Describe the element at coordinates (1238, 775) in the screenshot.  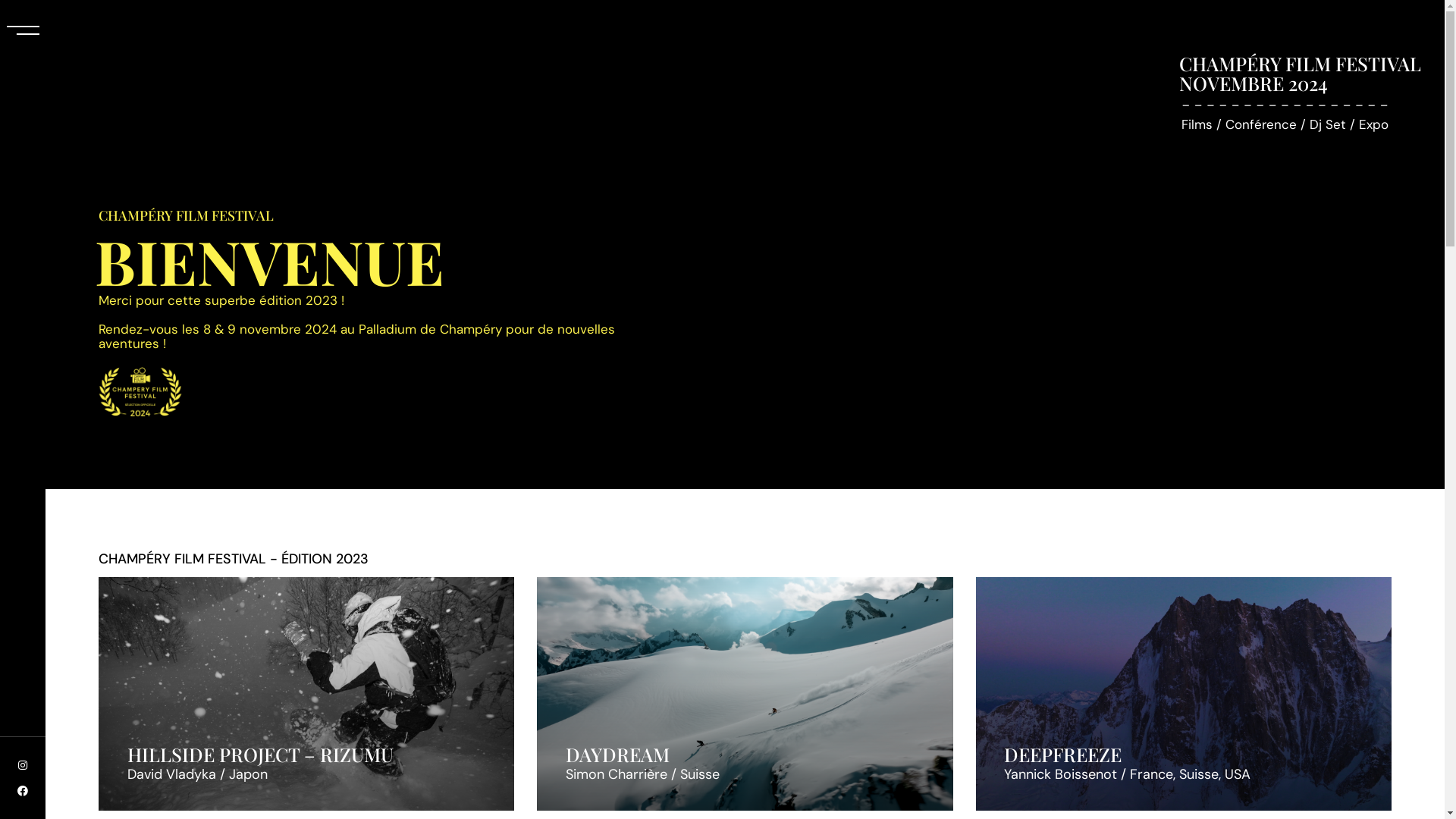
I see `'USA'` at that location.